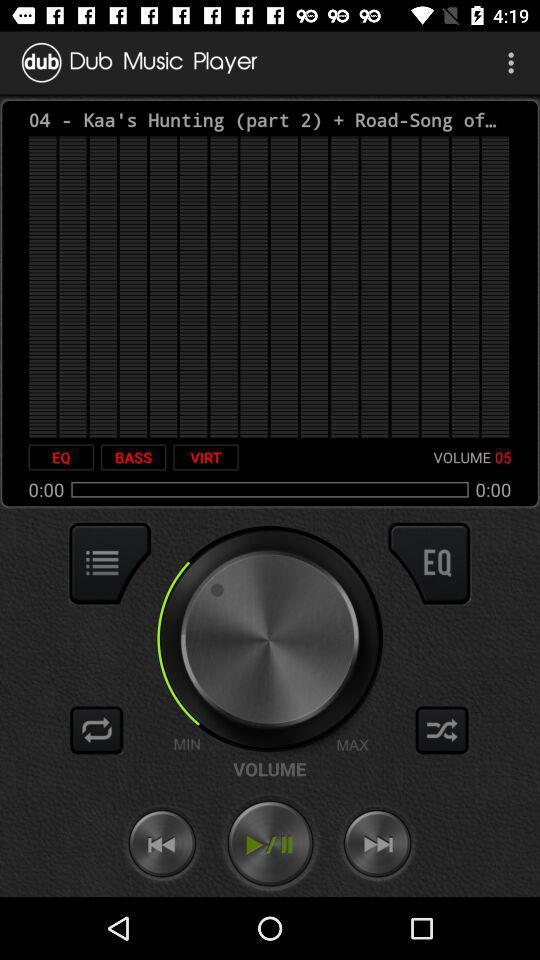 This screenshot has height=960, width=540. I want to click on item next to the  virt, so click(133, 457).